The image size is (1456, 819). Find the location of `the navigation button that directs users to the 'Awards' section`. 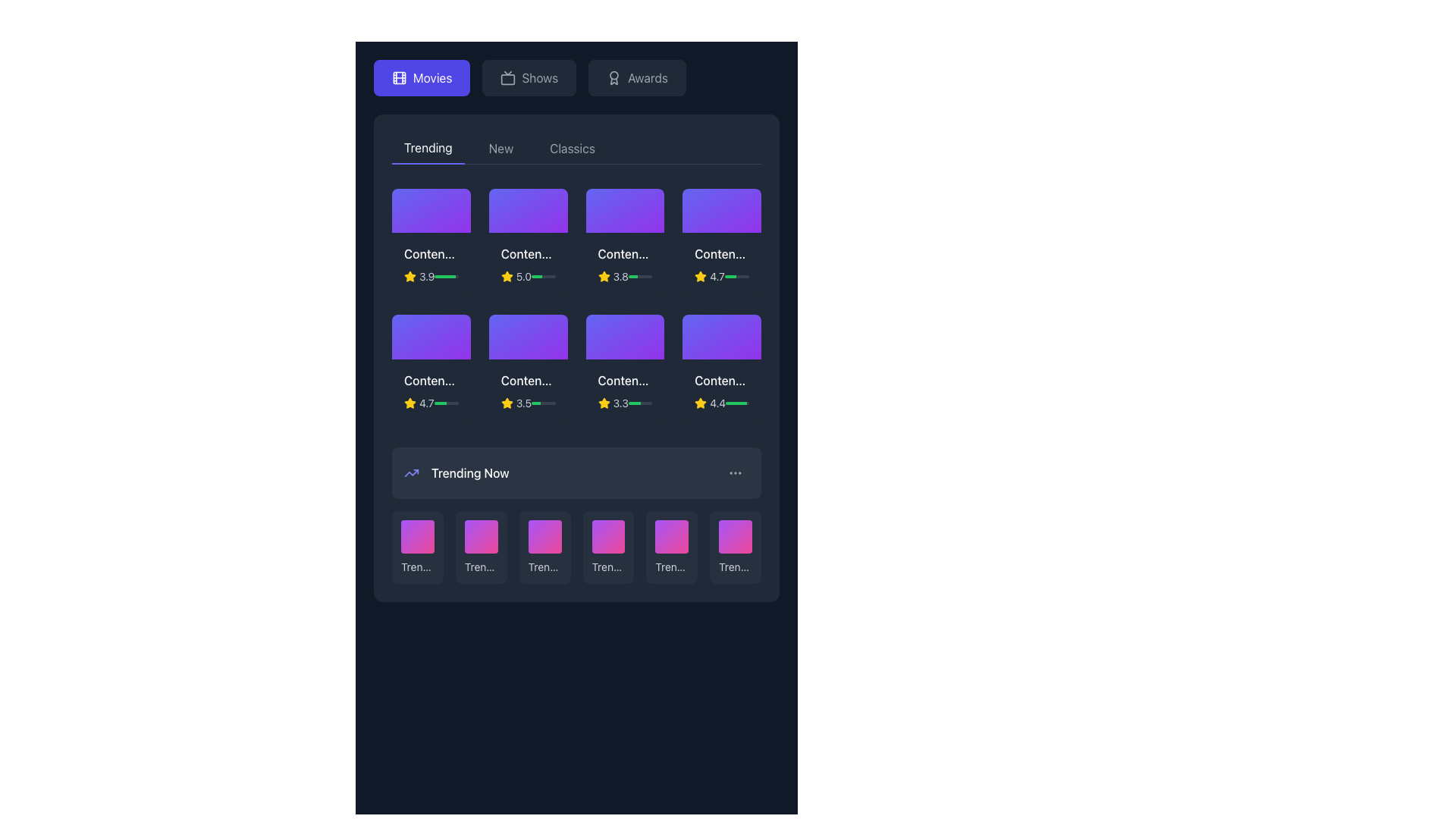

the navigation button that directs users to the 'Awards' section is located at coordinates (637, 78).